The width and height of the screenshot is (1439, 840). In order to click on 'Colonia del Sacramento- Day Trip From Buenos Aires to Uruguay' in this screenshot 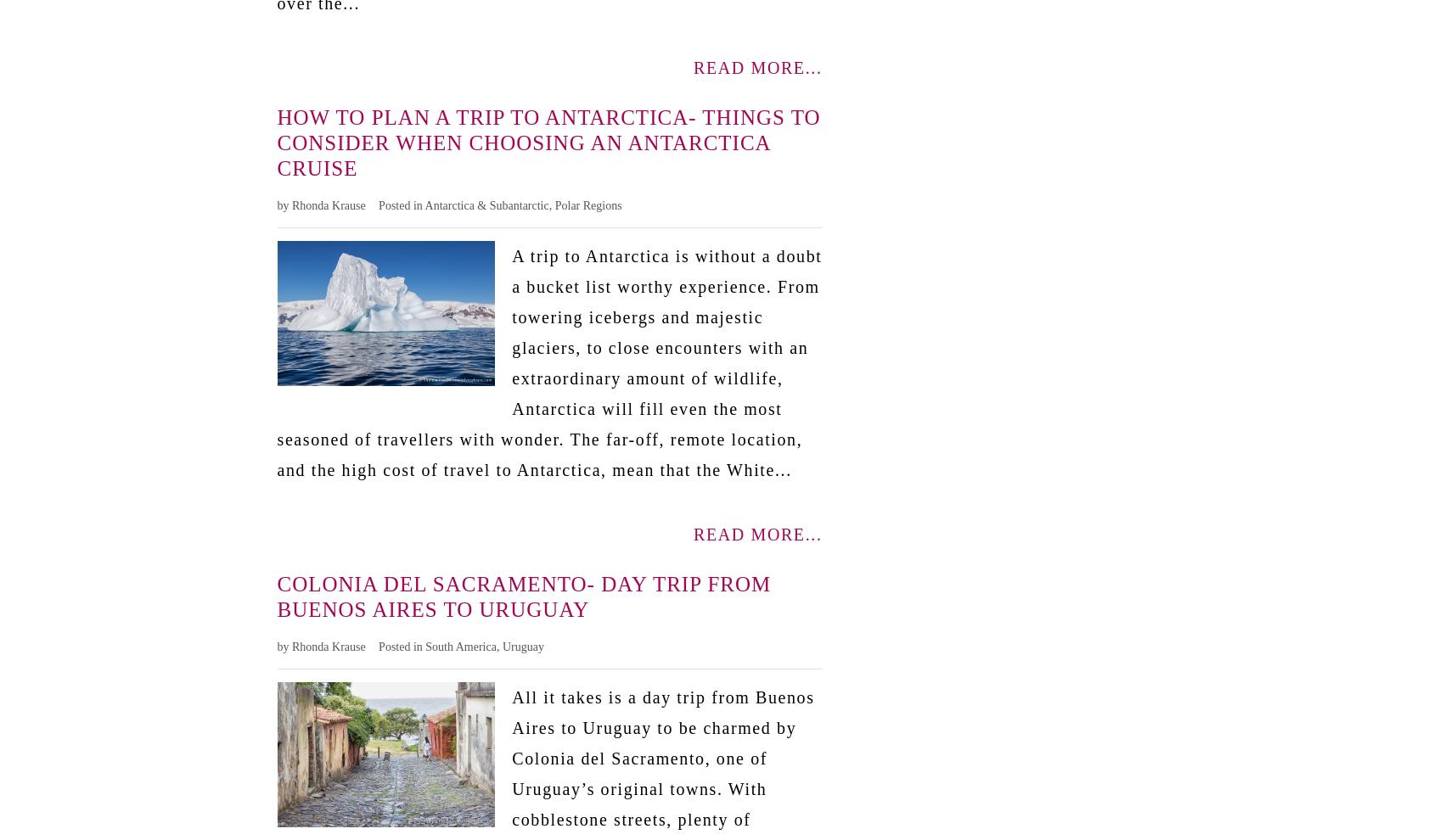, I will do `click(522, 595)`.